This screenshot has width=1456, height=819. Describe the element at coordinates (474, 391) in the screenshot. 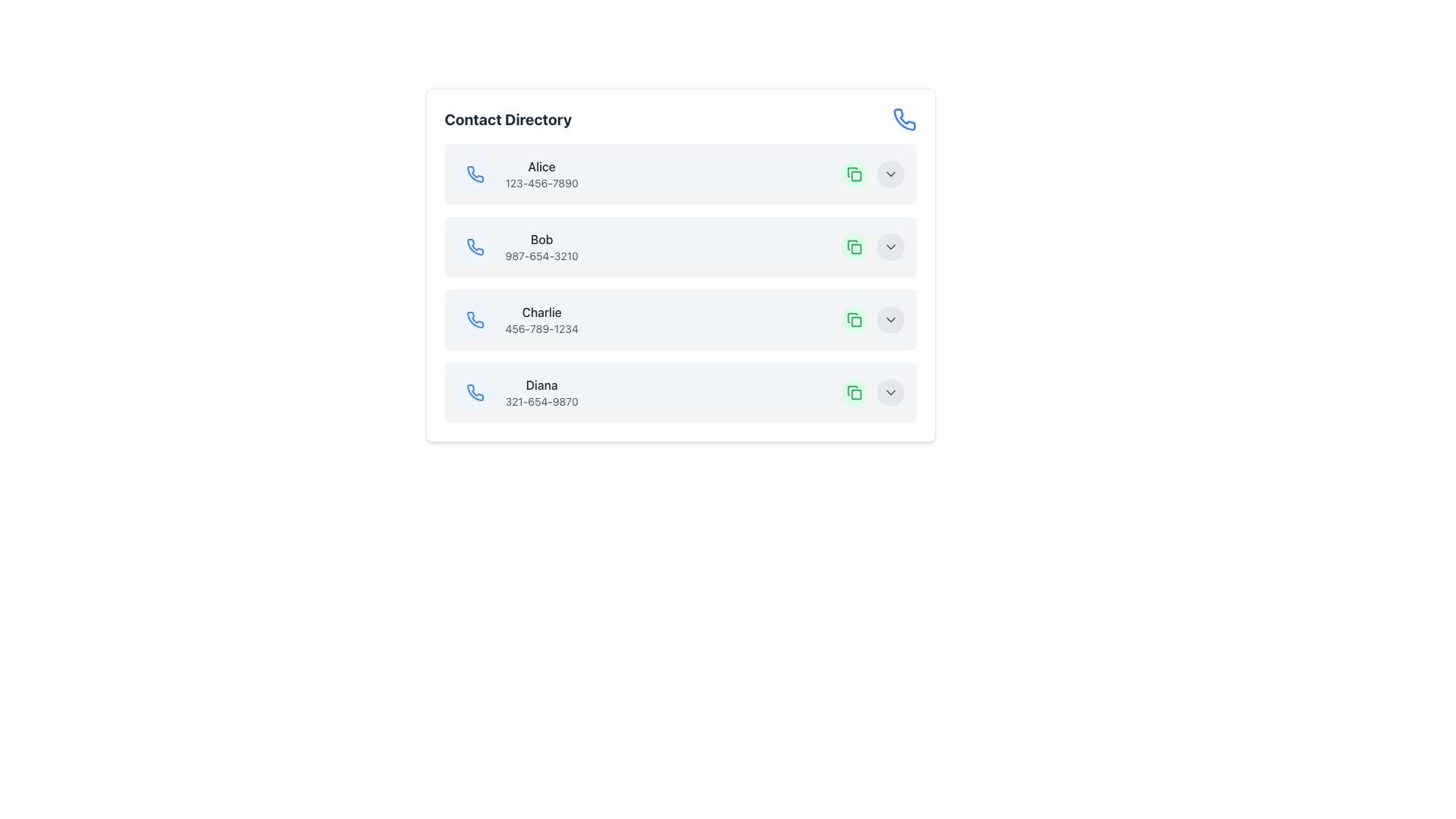

I see `the phone icon to initiate a call for the contact 'Diana' in the directory` at that location.